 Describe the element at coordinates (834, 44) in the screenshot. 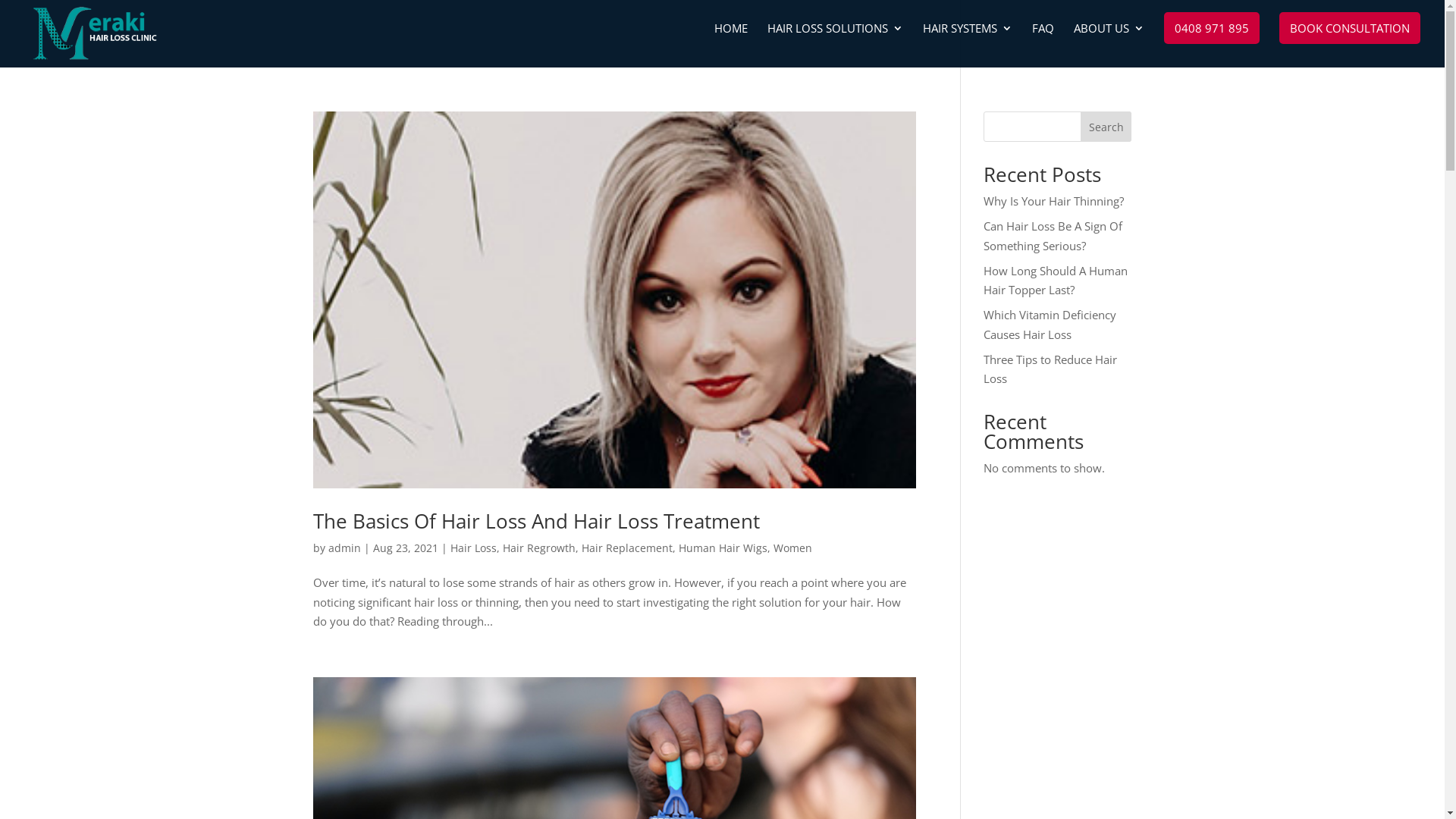

I see `'HAIR LOSS SOLUTIONS'` at that location.